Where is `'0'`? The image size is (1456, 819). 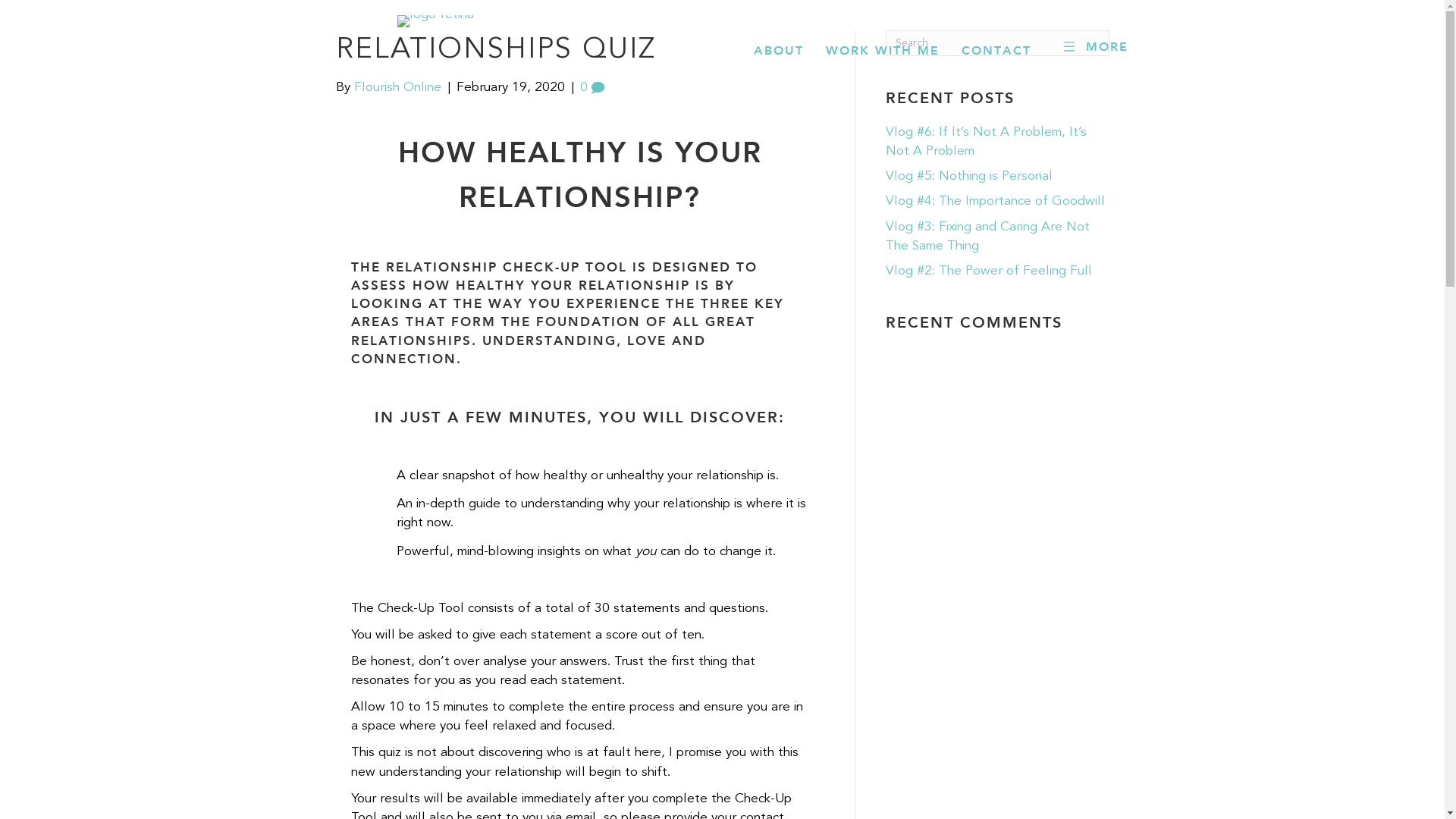
'0' is located at coordinates (590, 87).